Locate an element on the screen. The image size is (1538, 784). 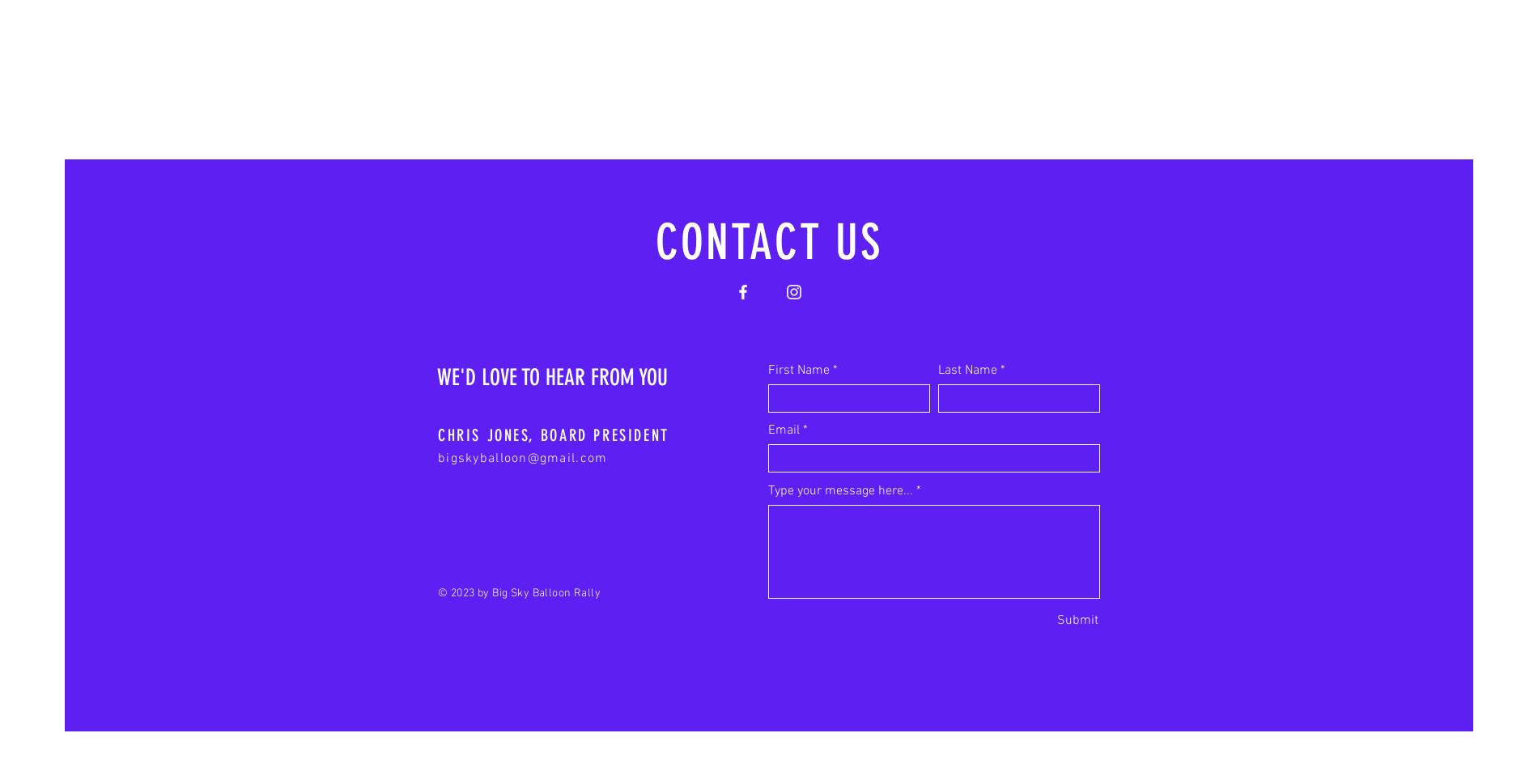
'Type your message here...' is located at coordinates (840, 489).